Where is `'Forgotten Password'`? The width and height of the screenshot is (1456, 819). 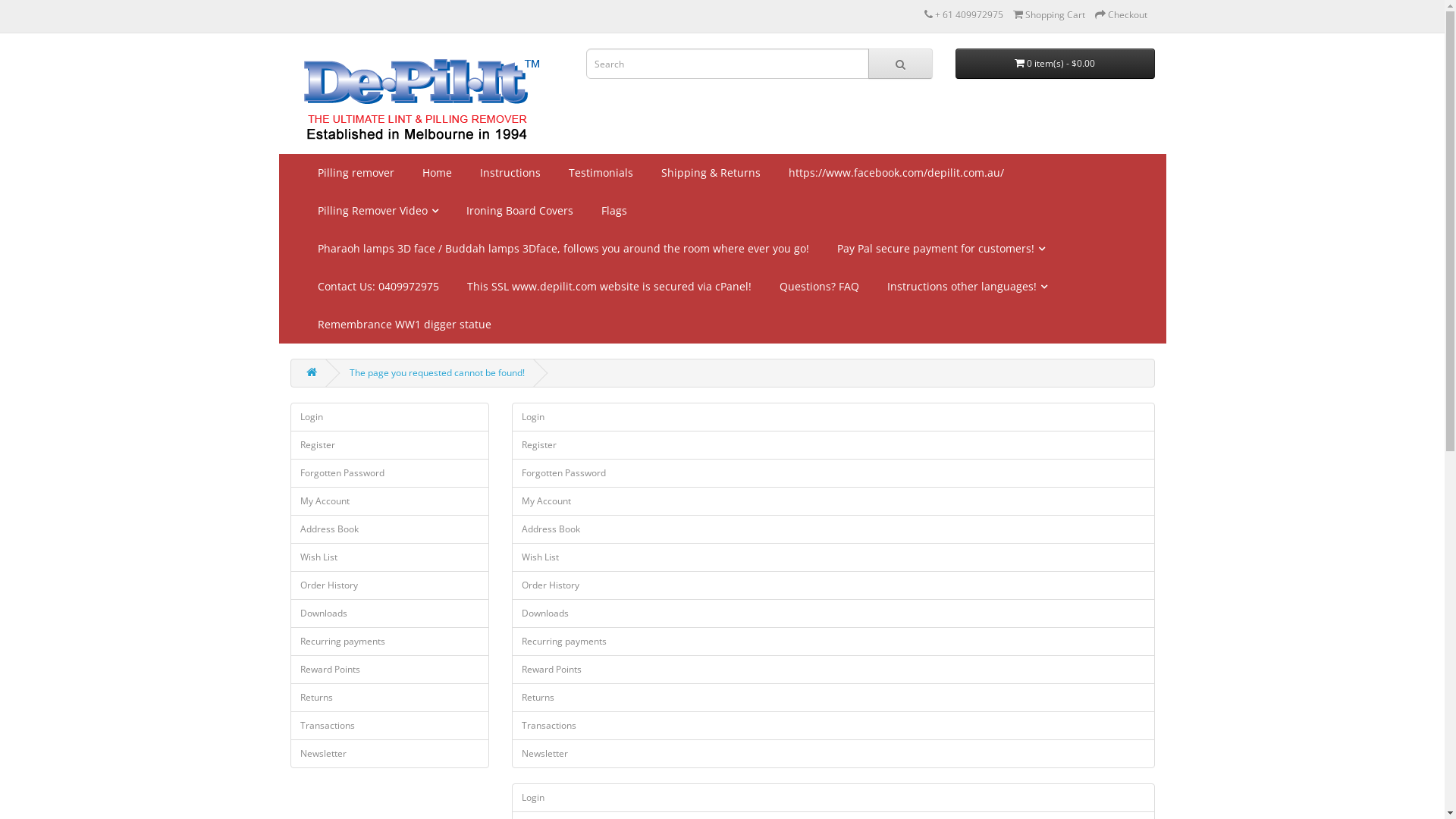 'Forgotten Password' is located at coordinates (389, 472).